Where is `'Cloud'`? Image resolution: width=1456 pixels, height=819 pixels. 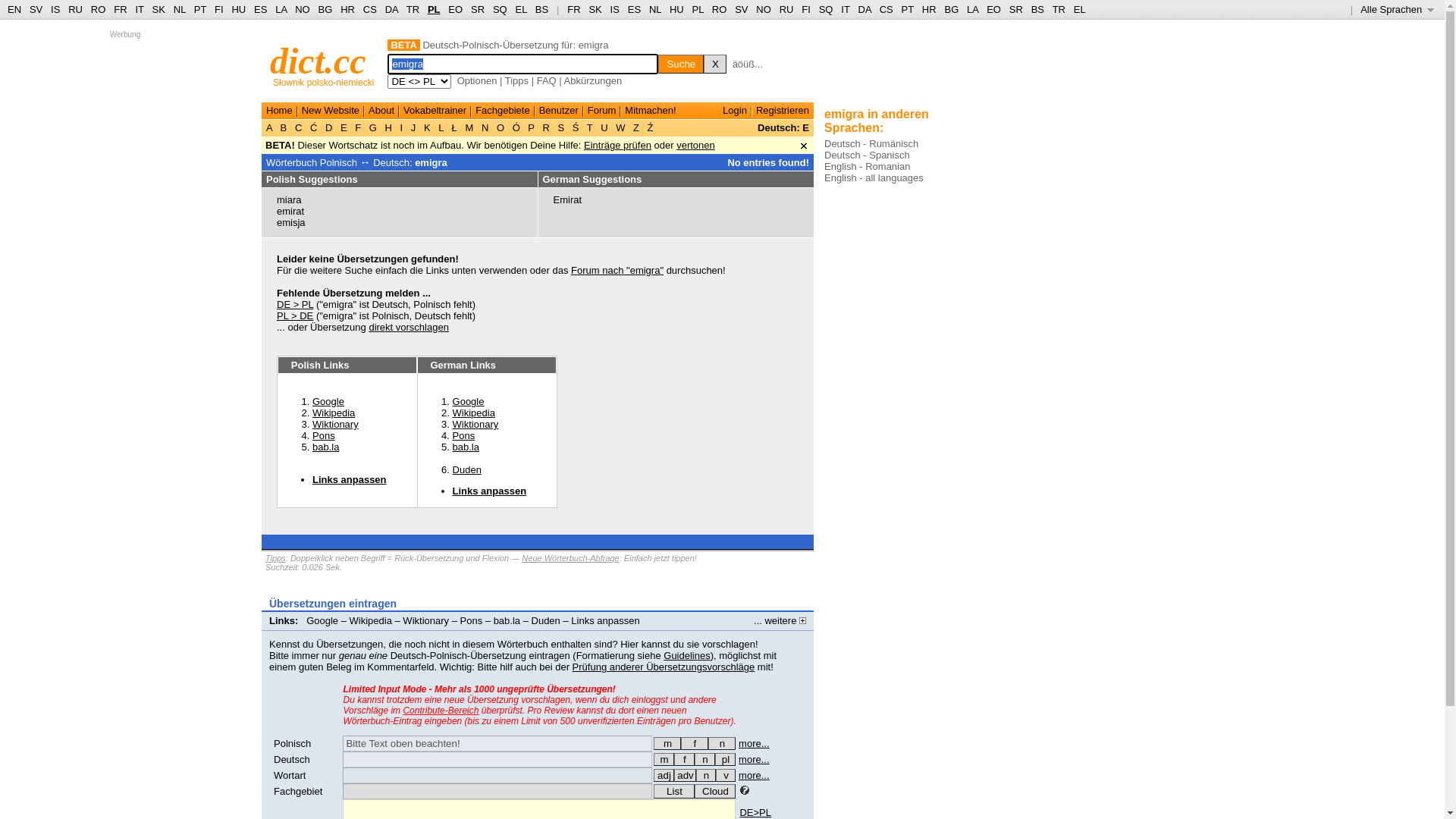 'Cloud' is located at coordinates (714, 790).